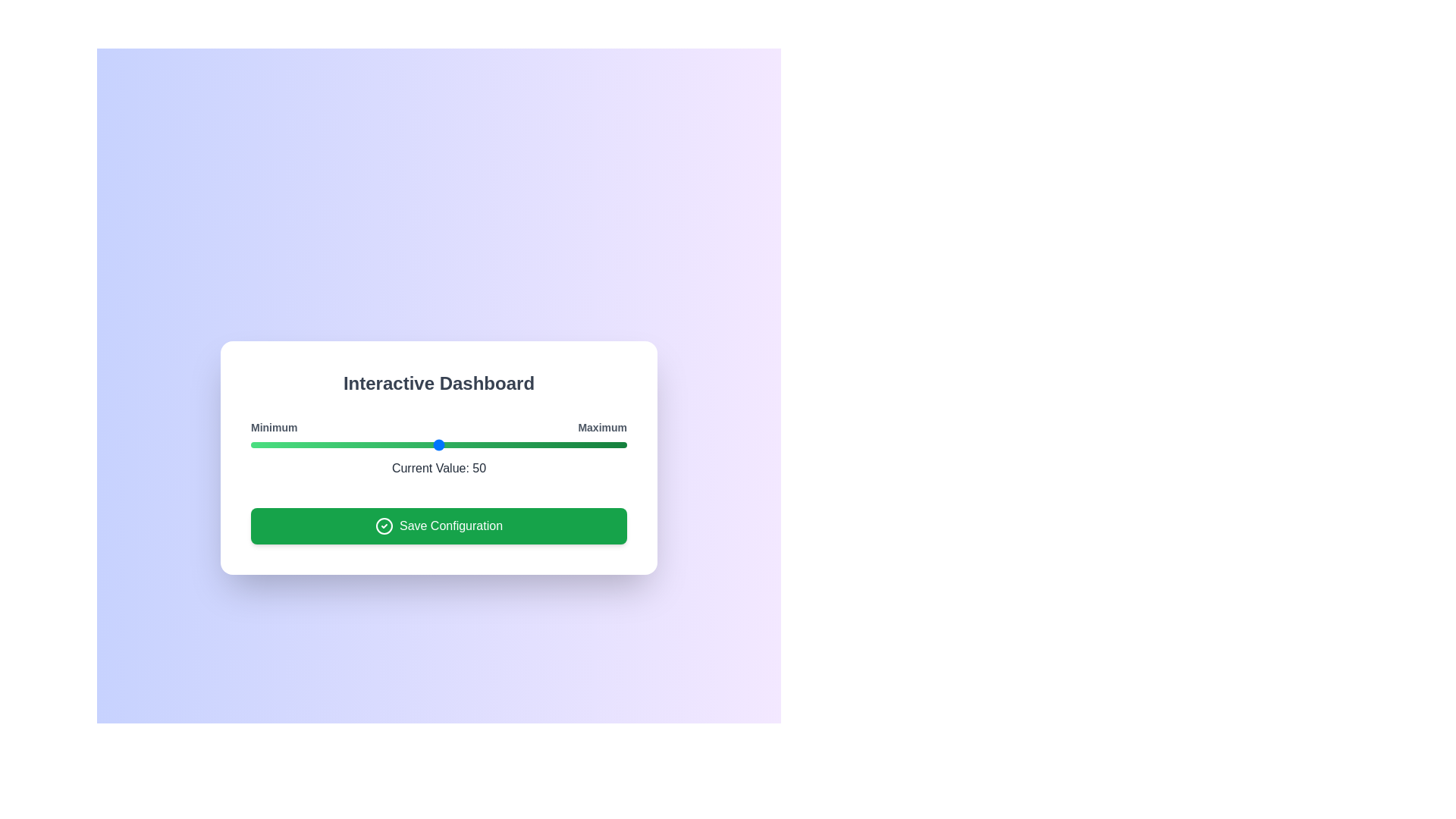  What do you see at coordinates (551, 444) in the screenshot?
I see `the slider to set the value to 80` at bounding box center [551, 444].